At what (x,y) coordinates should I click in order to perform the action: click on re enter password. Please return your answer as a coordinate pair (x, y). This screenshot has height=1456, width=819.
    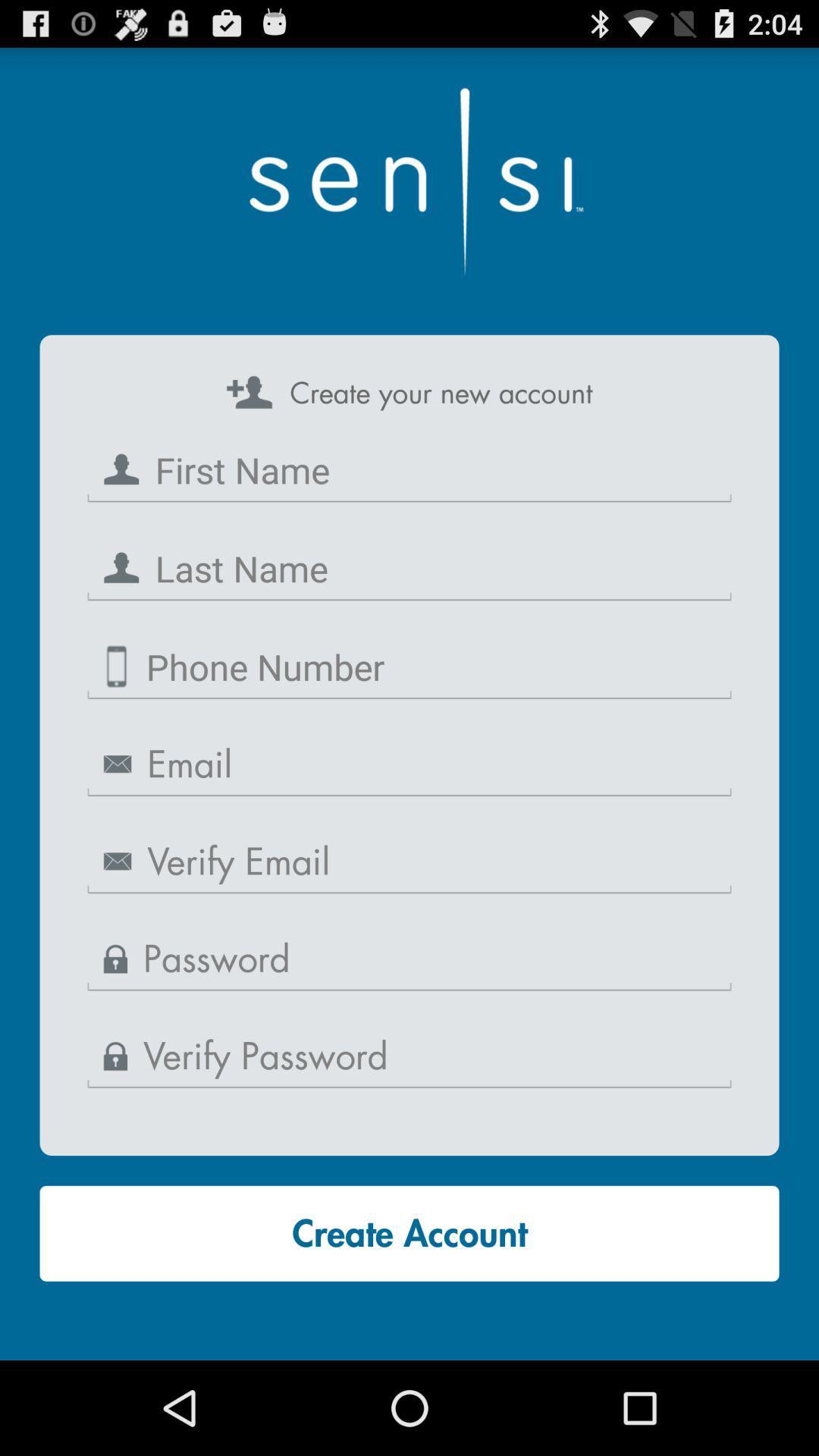
    Looking at the image, I should click on (409, 1056).